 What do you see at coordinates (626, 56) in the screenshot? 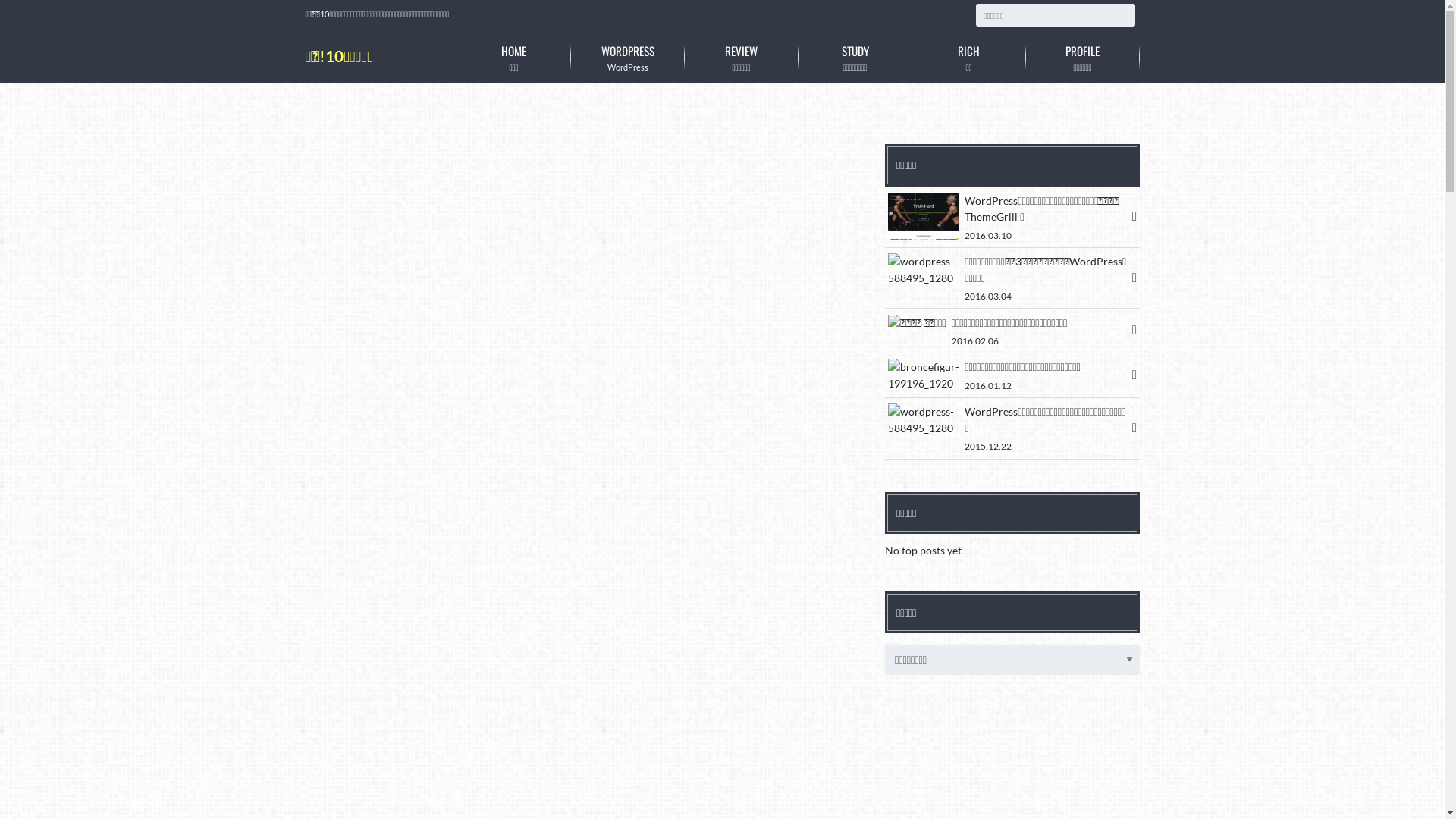
I see `'WordPress` at bounding box center [626, 56].